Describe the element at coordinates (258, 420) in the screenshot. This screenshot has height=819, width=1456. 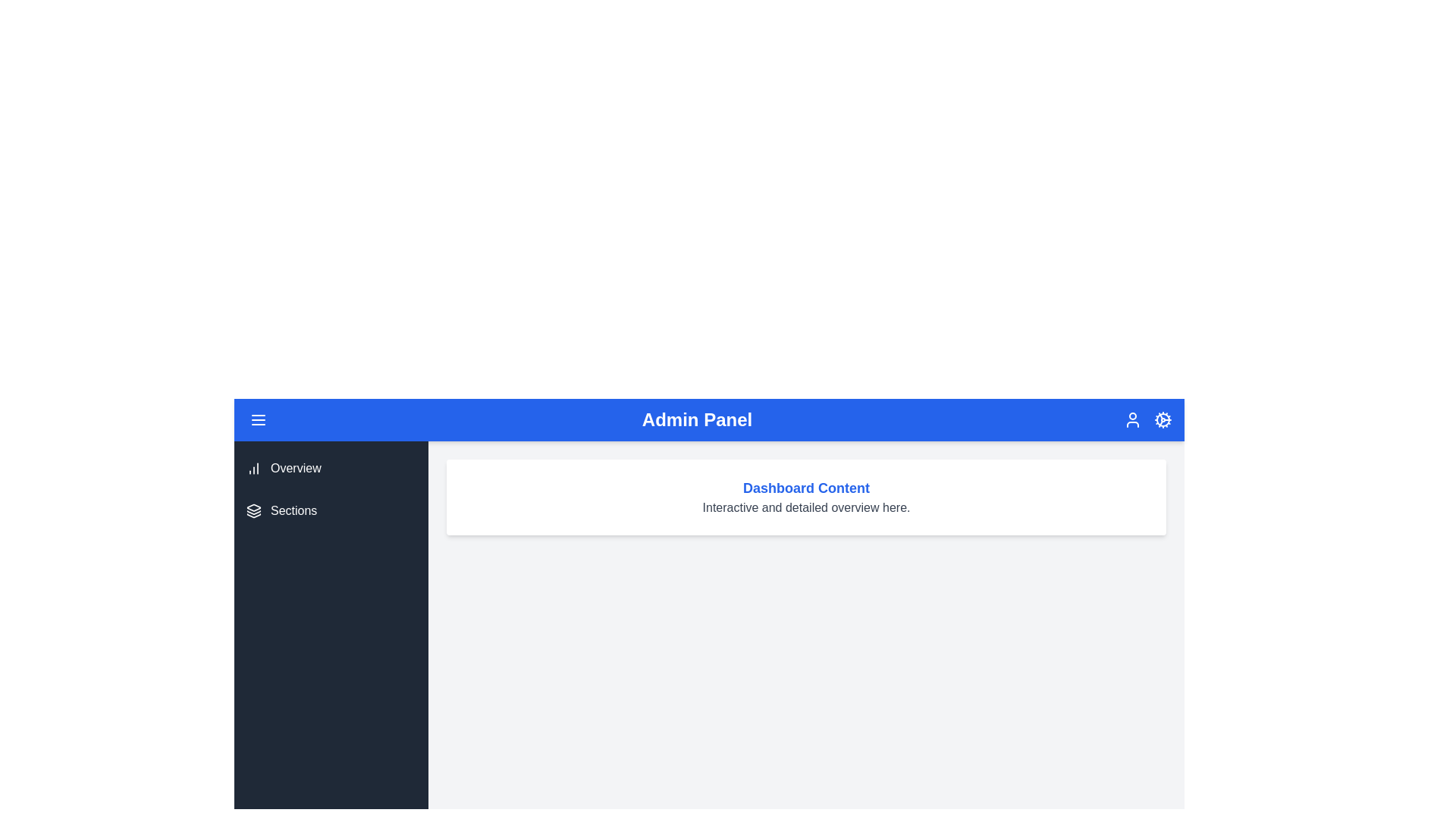
I see `the menu toggle button to toggle the menu visibility` at that location.